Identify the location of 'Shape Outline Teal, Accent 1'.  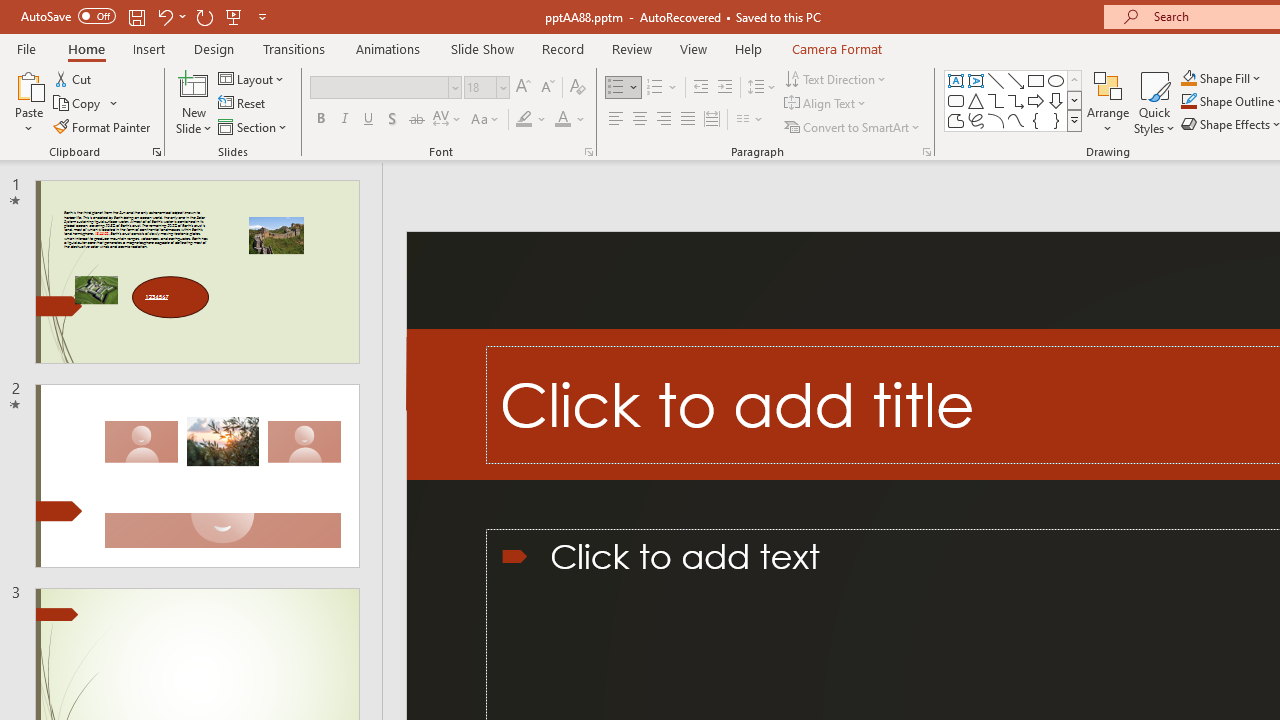
(1189, 101).